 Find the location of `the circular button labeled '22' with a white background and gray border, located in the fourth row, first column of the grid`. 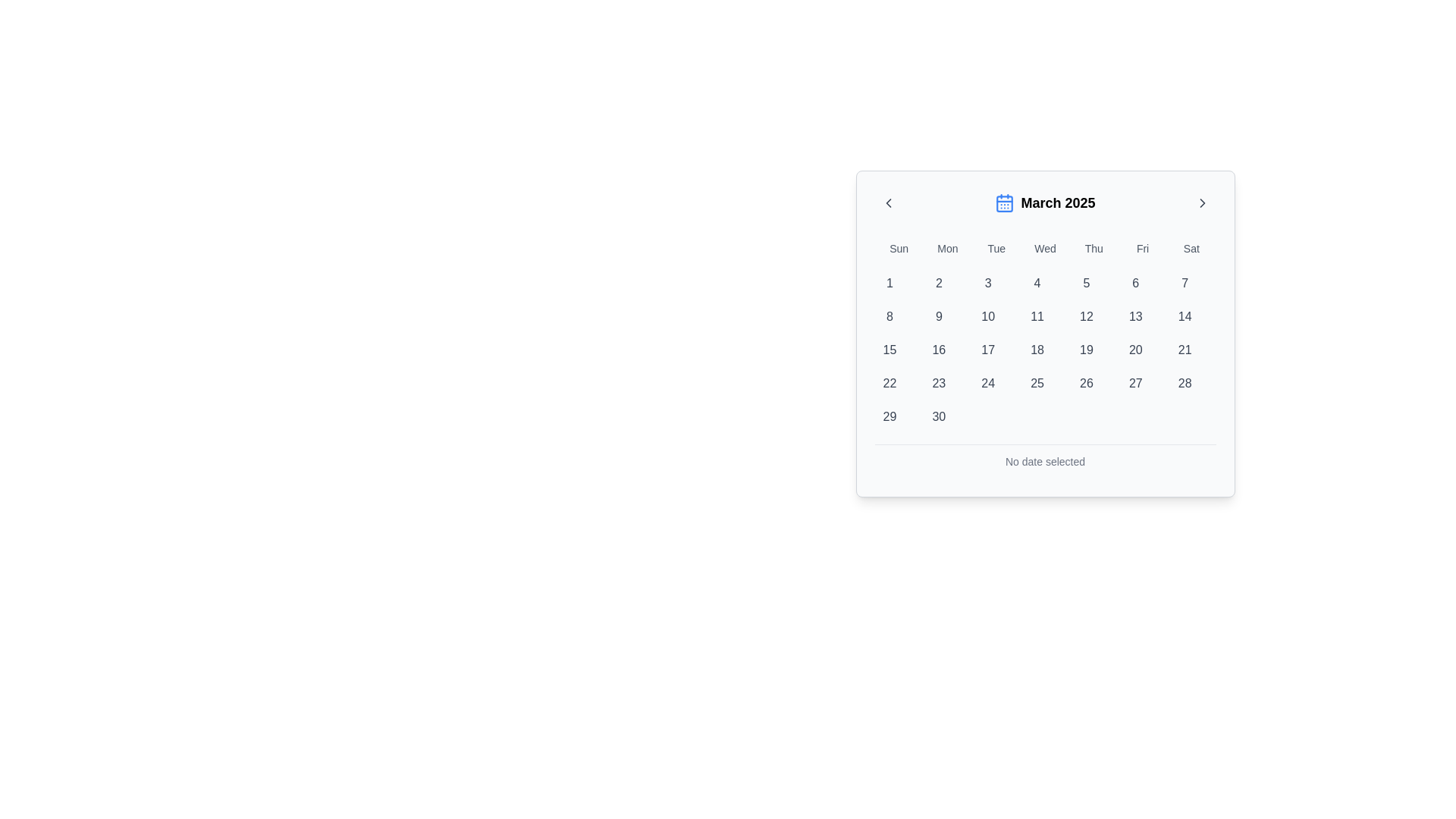

the circular button labeled '22' with a white background and gray border, located in the fourth row, first column of the grid is located at coordinates (890, 382).